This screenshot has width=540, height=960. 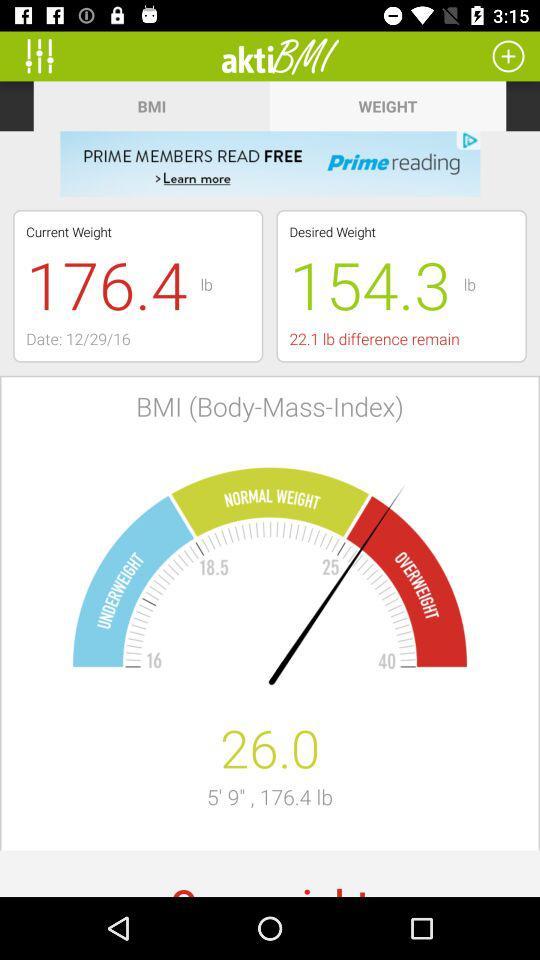 I want to click on this is an advertisement to direct you to amazon prime reading membership sign up, so click(x=270, y=163).